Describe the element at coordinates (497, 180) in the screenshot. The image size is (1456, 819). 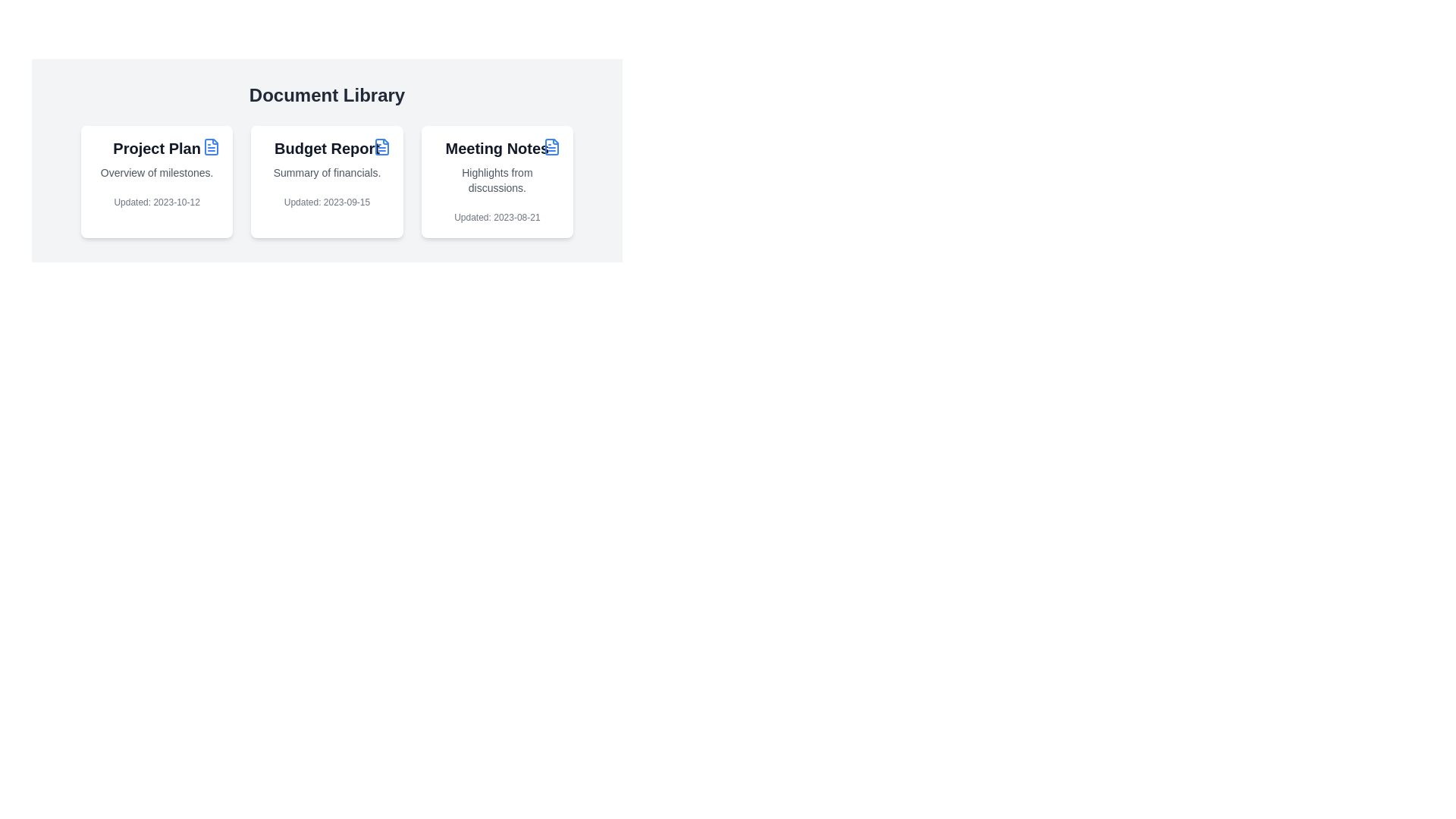
I see `contents of the card titled 'Meeting Notes', which is the third card in a grid layout, located in the bottom-right corner of the grid` at that location.